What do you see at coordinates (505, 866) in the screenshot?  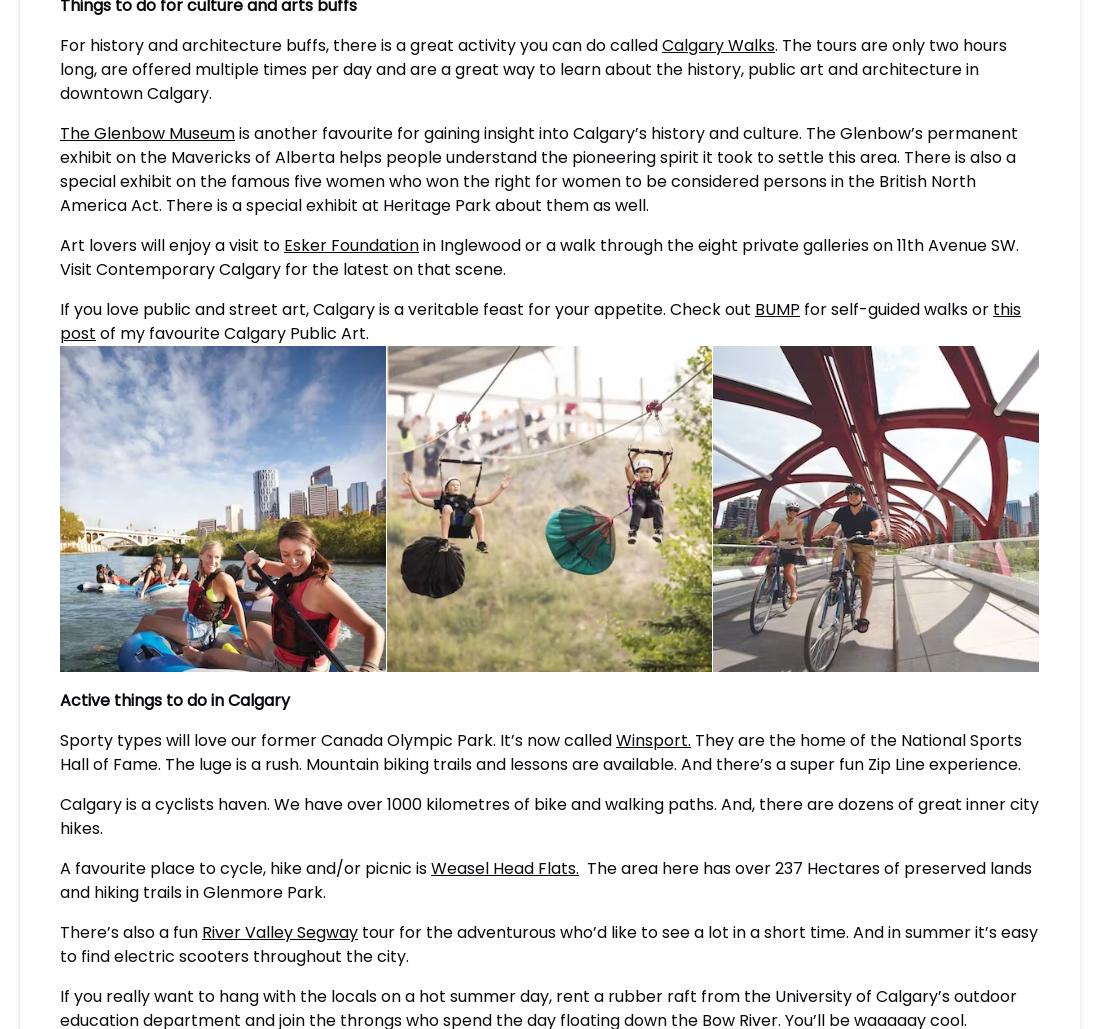 I see `'Weasel Head Flats.'` at bounding box center [505, 866].